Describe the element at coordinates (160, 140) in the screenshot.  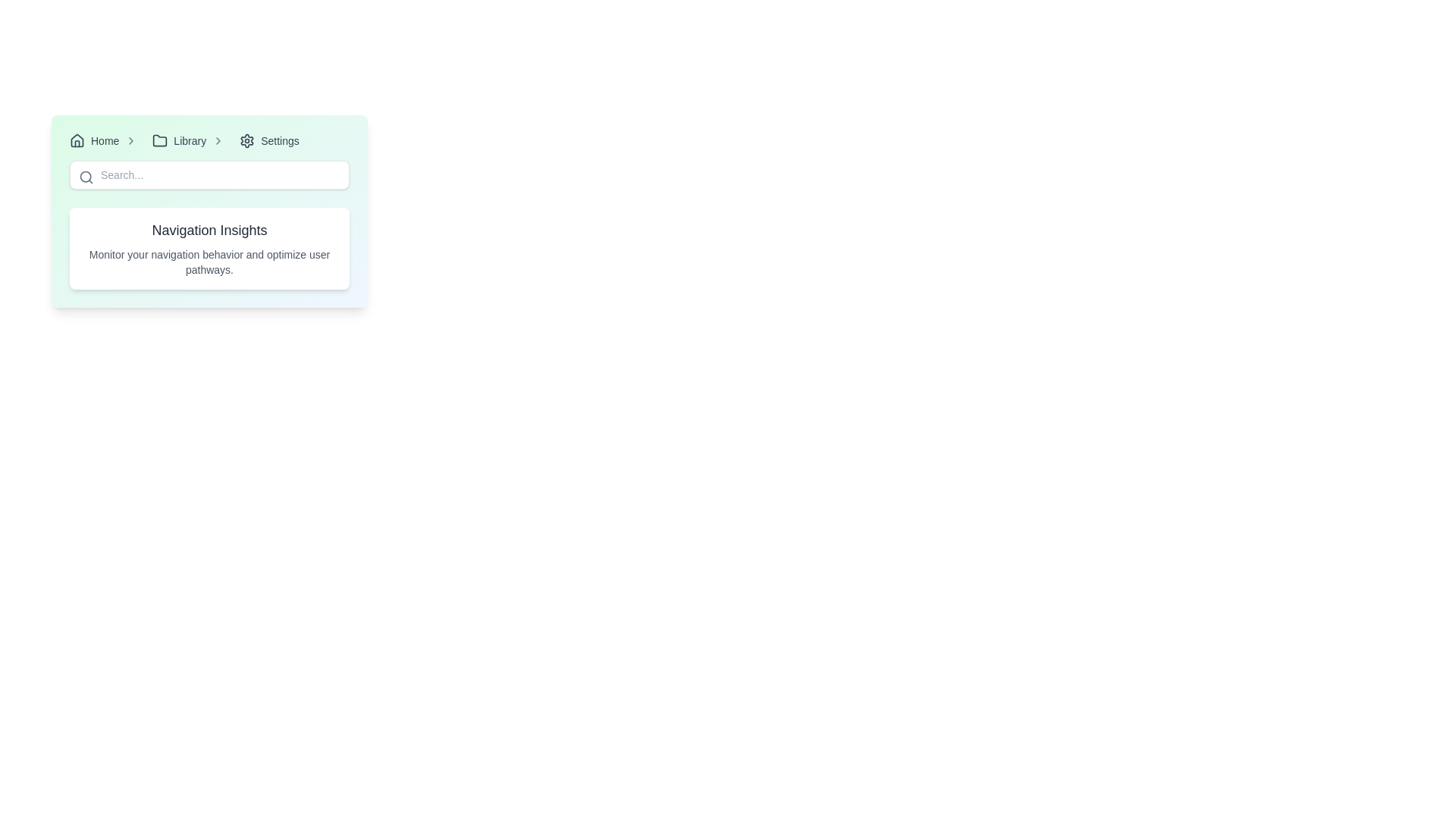
I see `the folder icon in the breadcrumb navigation bar that represents 'Library'` at that location.